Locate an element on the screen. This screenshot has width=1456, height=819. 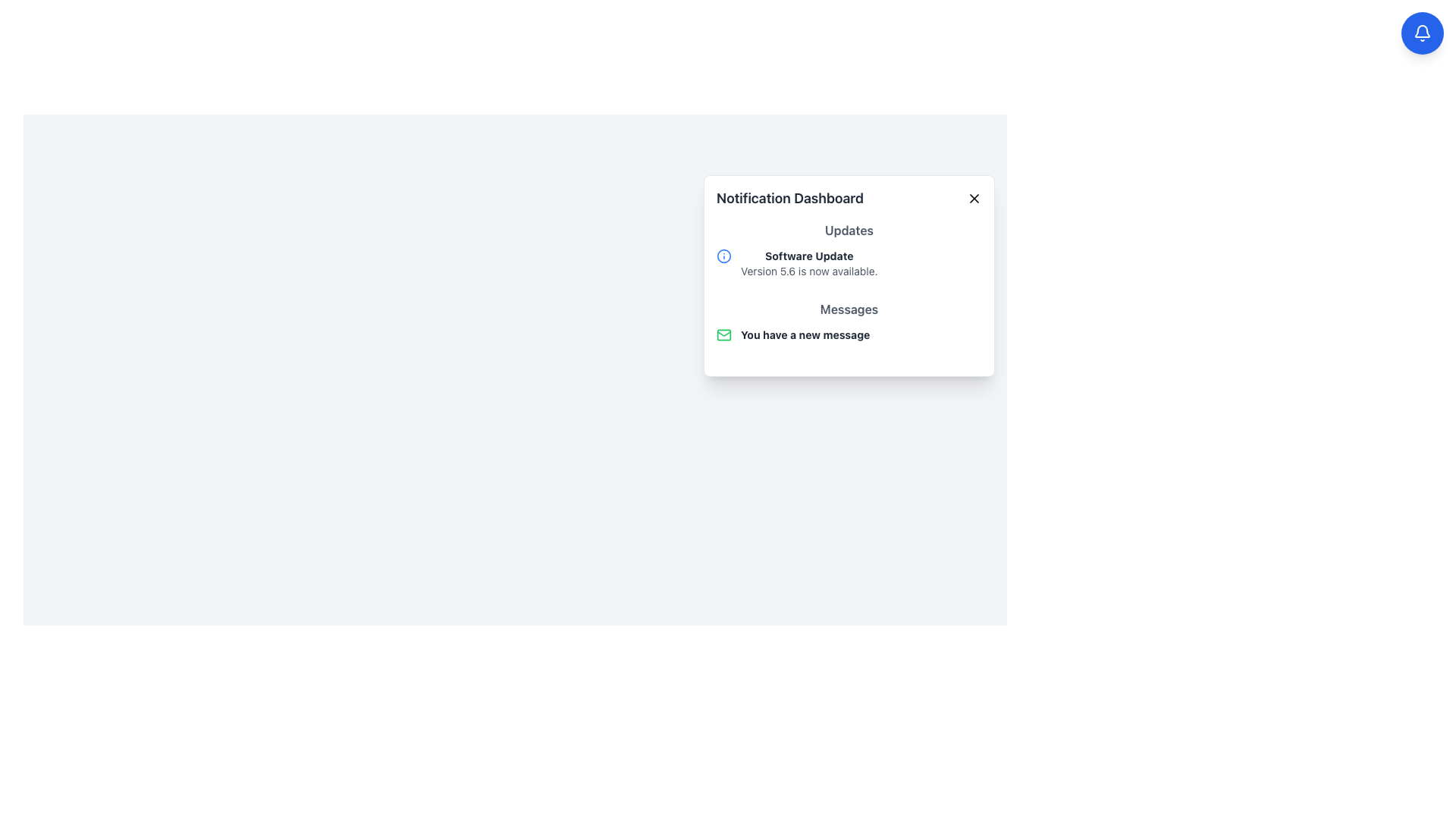
the rectangular base of the mail icon, which serves as the envelope's main body is located at coordinates (723, 334).